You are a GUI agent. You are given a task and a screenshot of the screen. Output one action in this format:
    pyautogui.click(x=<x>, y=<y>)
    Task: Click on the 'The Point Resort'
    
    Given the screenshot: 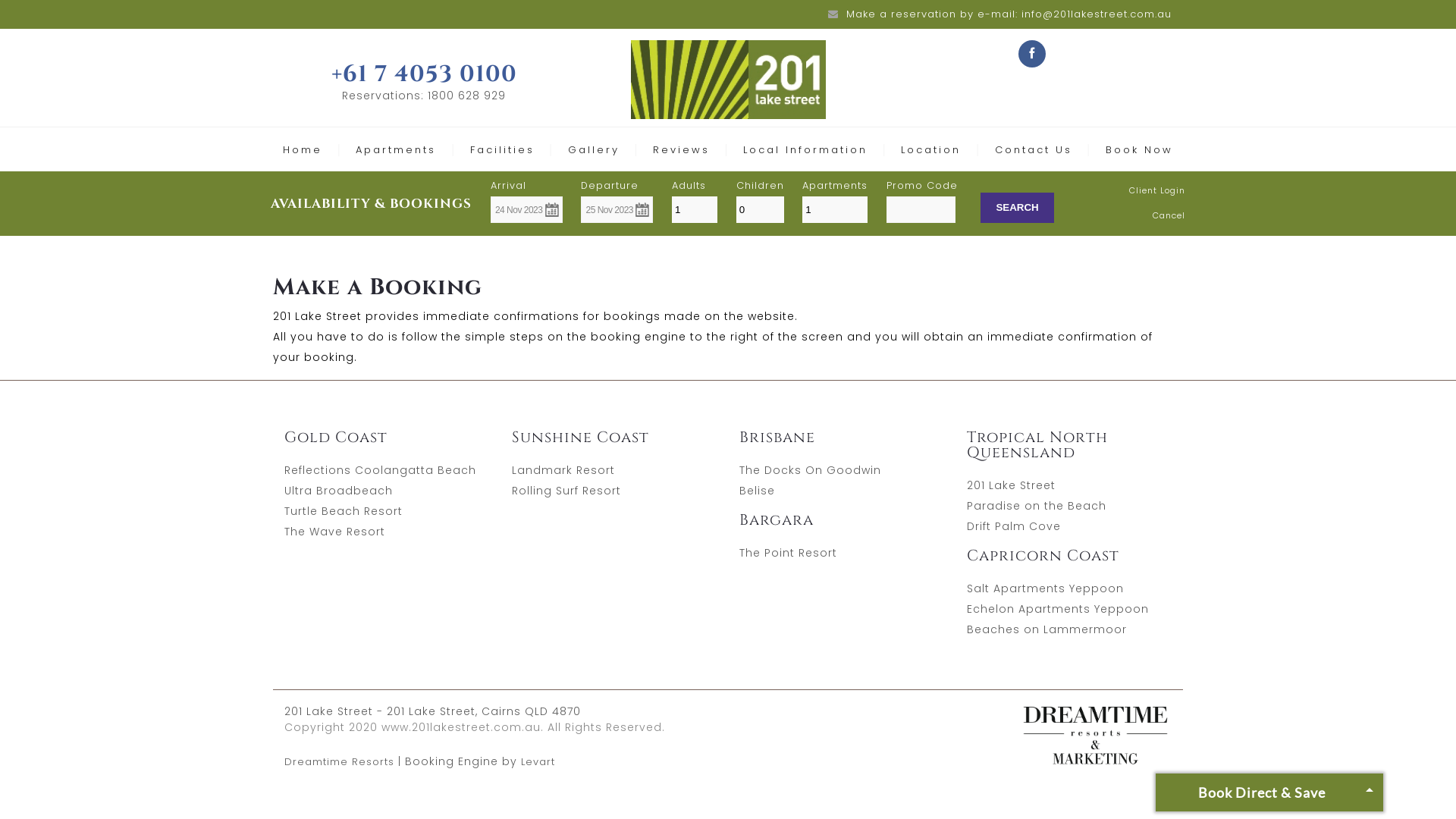 What is the action you would take?
    pyautogui.click(x=788, y=553)
    